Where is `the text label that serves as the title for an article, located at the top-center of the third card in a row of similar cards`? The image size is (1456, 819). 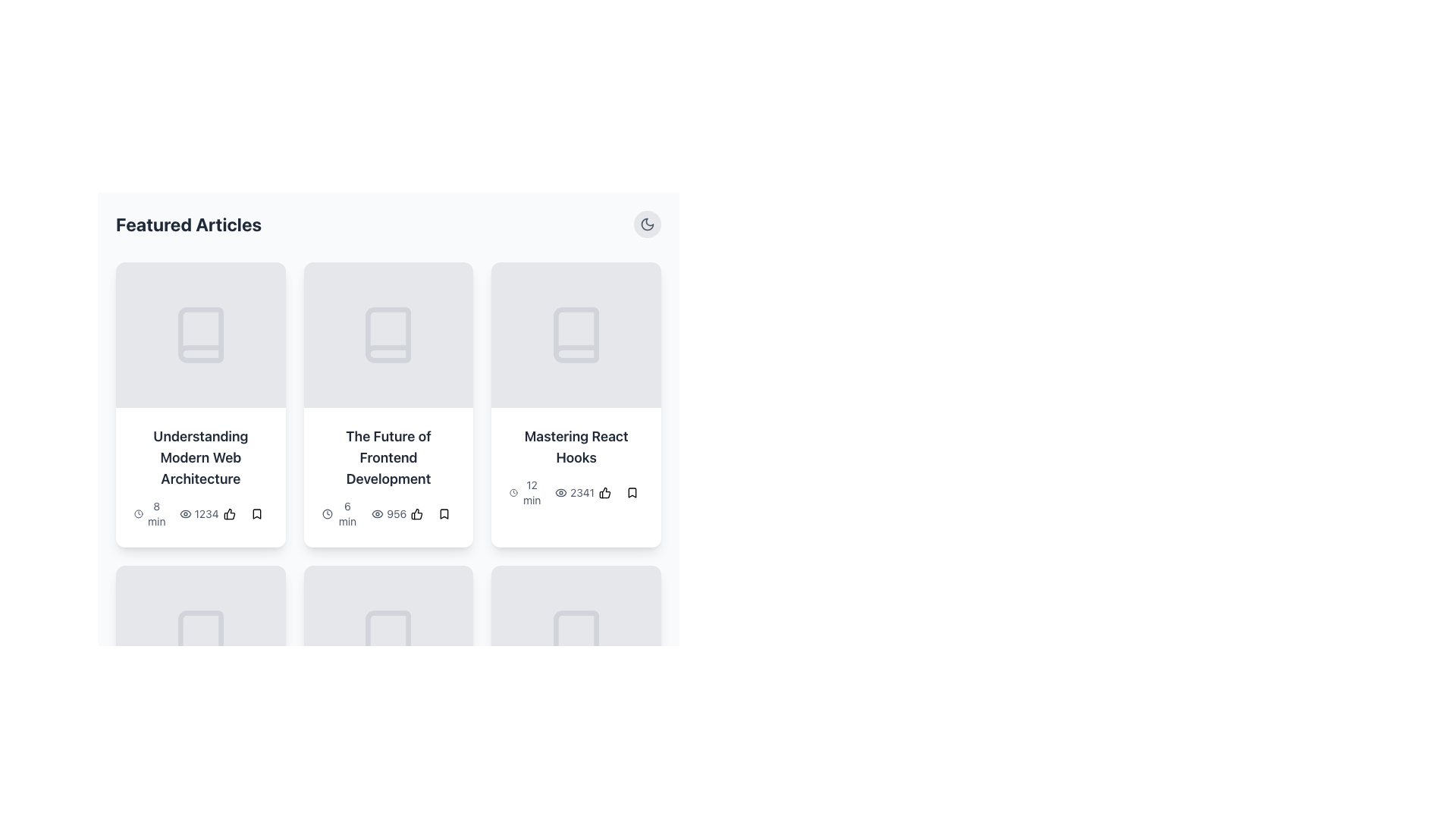 the text label that serves as the title for an article, located at the top-center of the third card in a row of similar cards is located at coordinates (576, 447).